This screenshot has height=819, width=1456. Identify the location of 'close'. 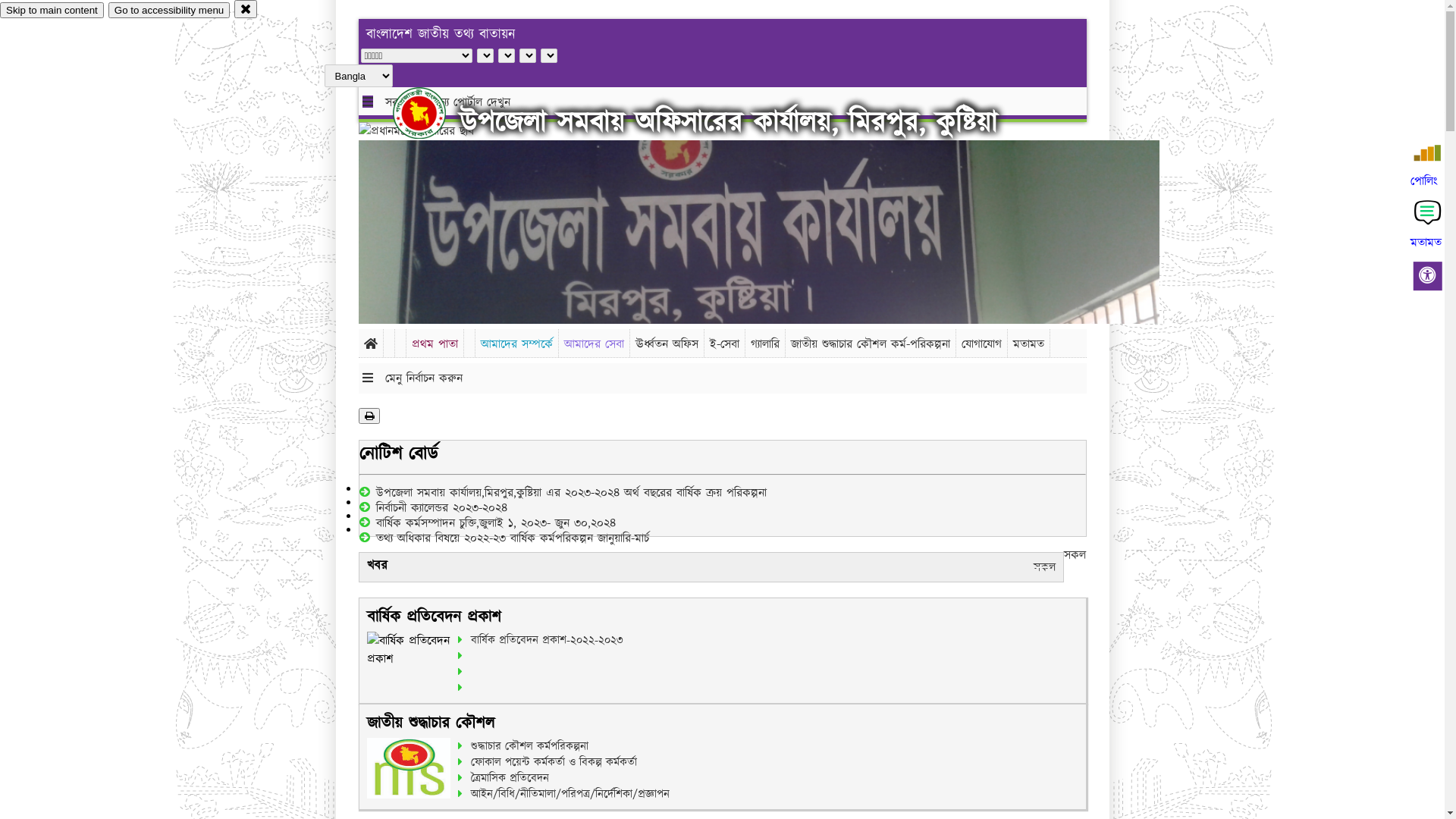
(233, 8).